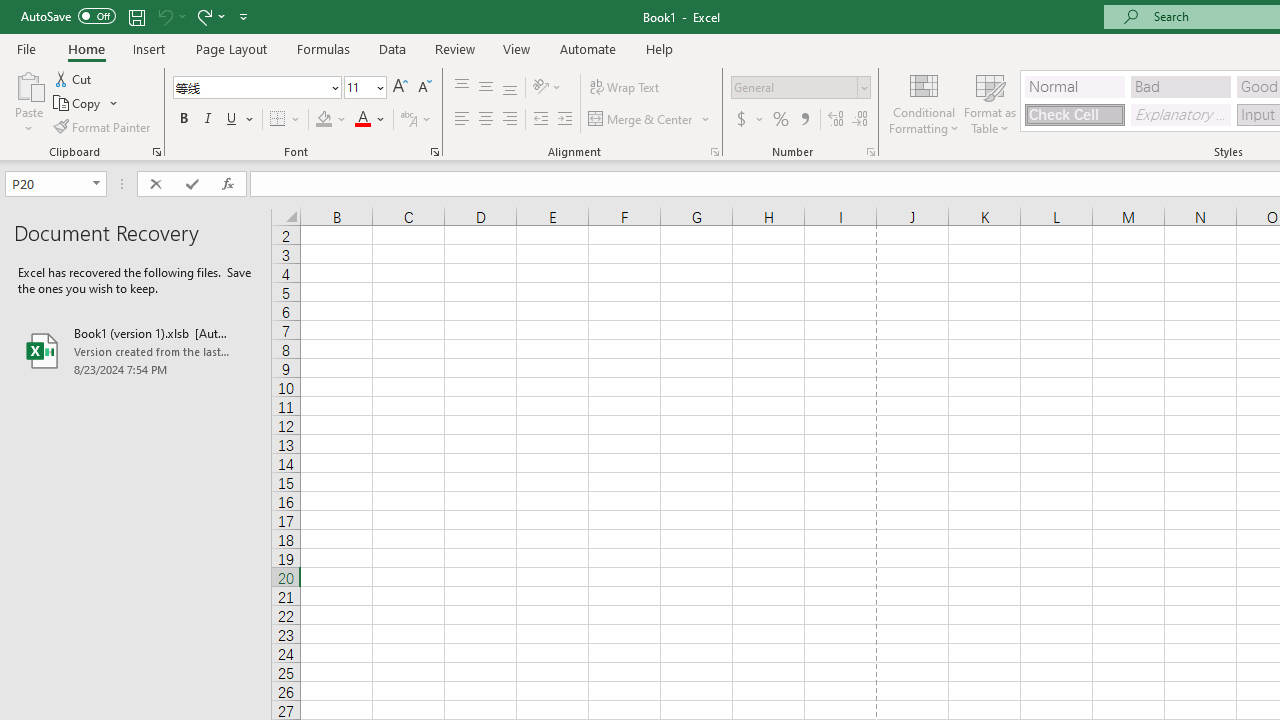  What do you see at coordinates (285, 119) in the screenshot?
I see `'Borders'` at bounding box center [285, 119].